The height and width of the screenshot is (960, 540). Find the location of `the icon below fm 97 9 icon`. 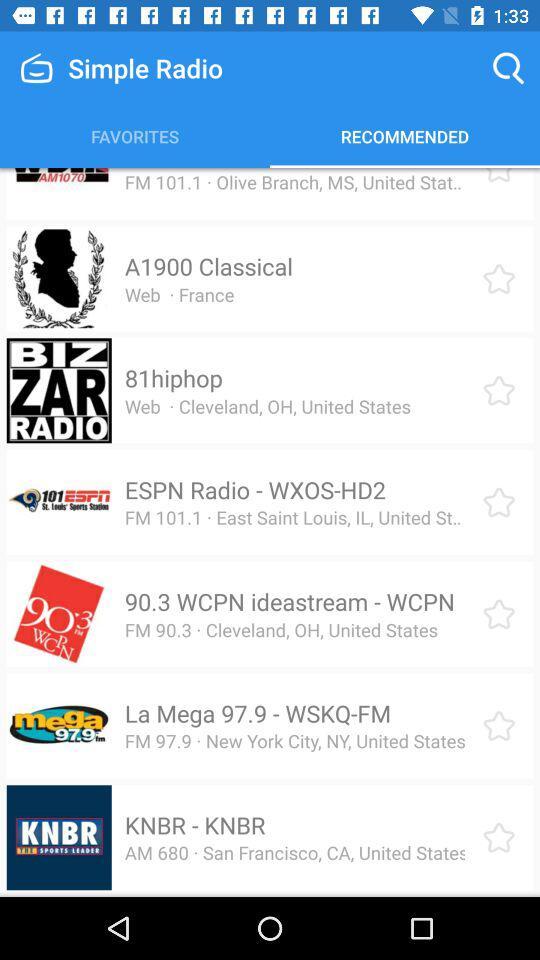

the icon below fm 97 9 icon is located at coordinates (195, 825).